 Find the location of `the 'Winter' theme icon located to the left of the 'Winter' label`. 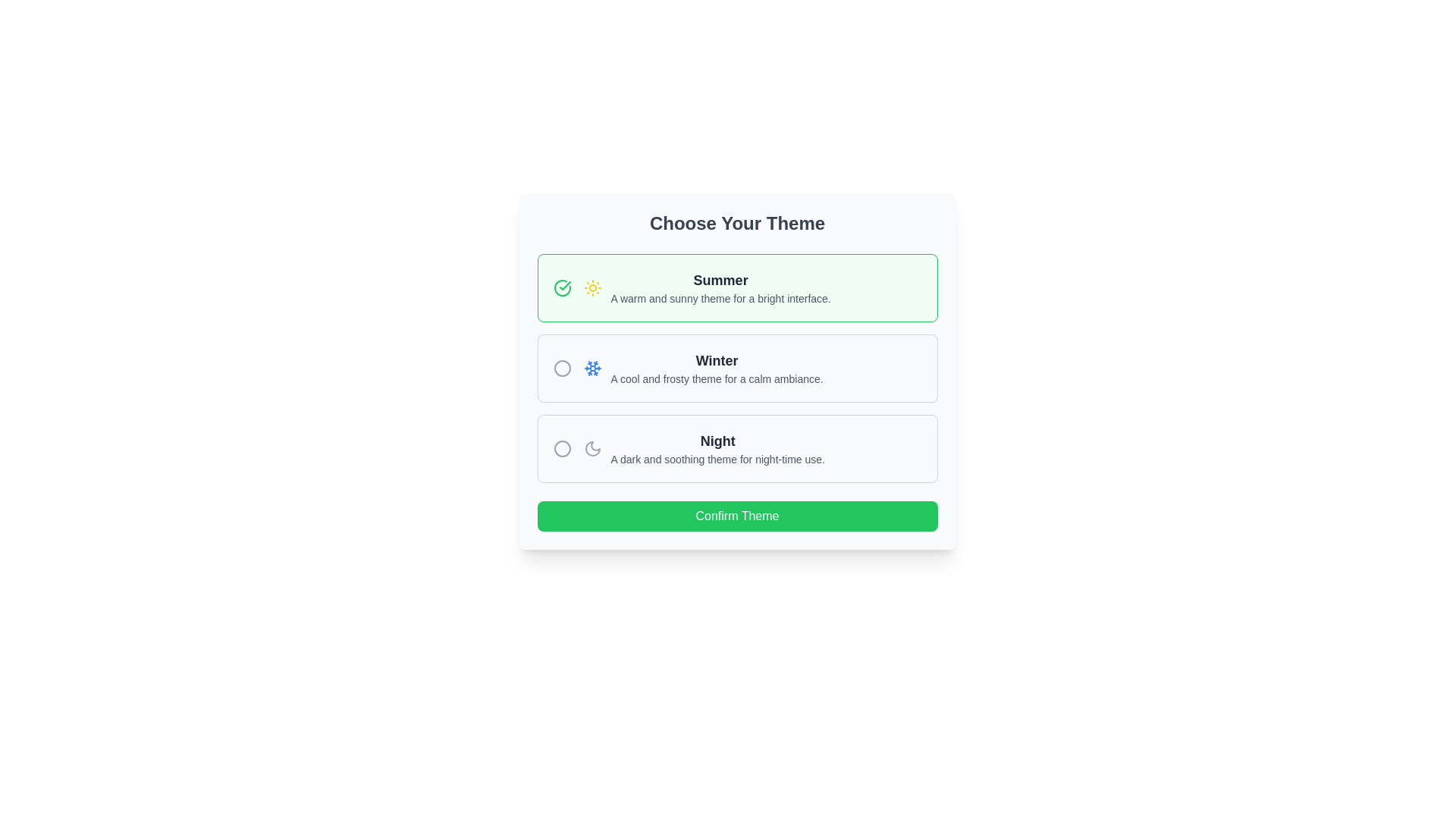

the 'Winter' theme icon located to the left of the 'Winter' label is located at coordinates (591, 369).